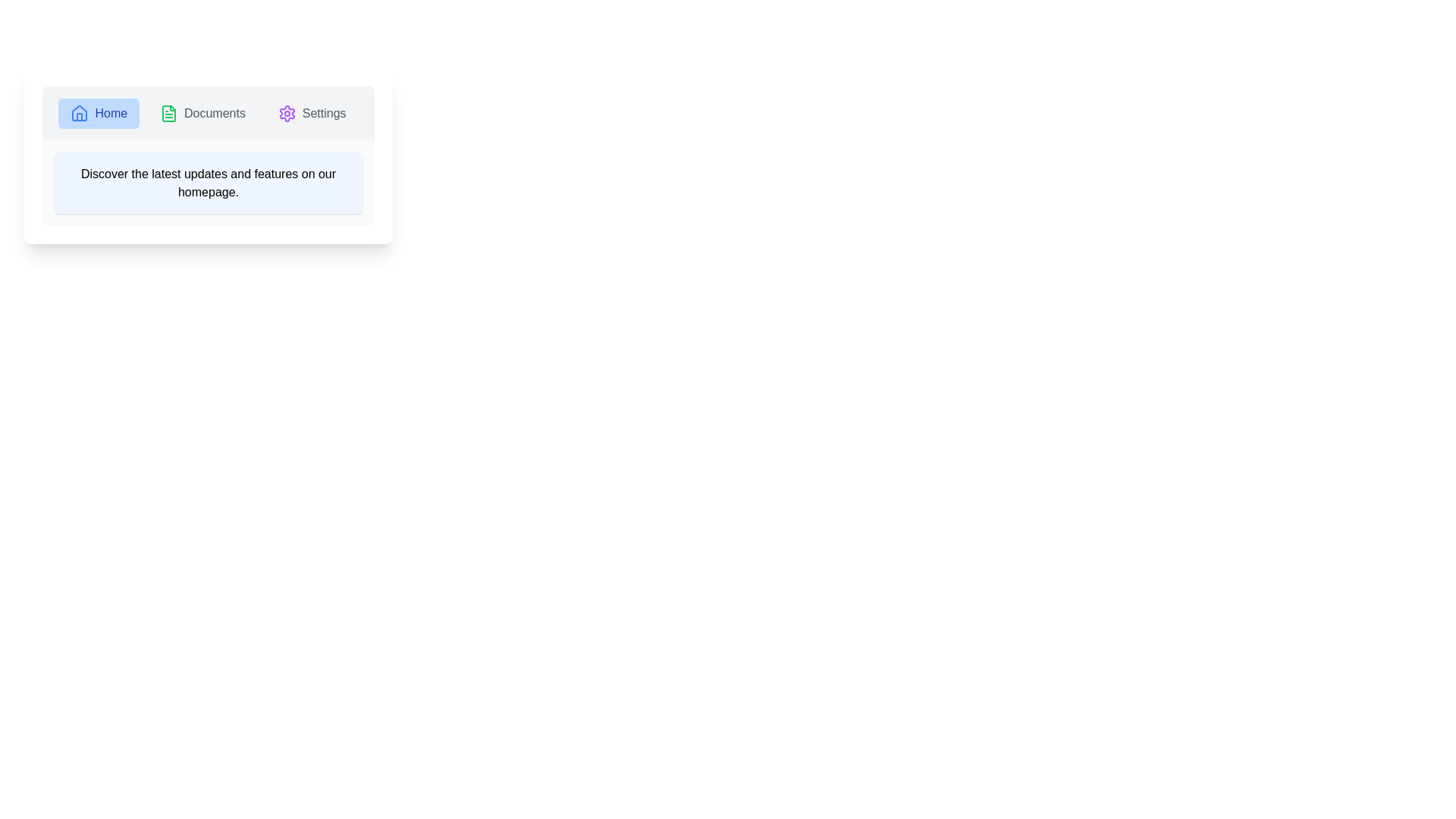  What do you see at coordinates (98, 113) in the screenshot?
I see `the tab labeled Home to observe its hover effect` at bounding box center [98, 113].